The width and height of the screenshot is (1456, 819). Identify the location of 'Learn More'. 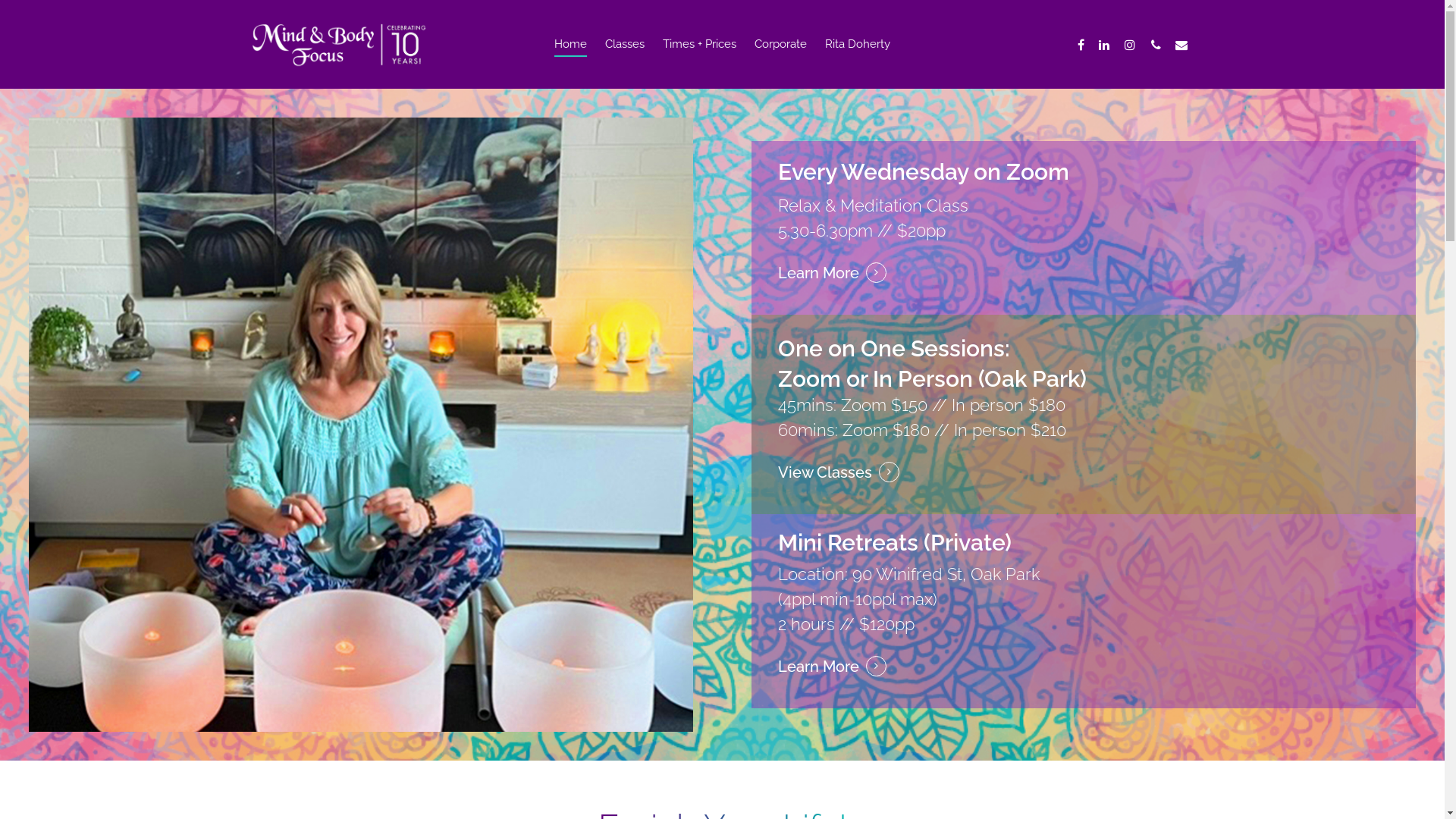
(831, 273).